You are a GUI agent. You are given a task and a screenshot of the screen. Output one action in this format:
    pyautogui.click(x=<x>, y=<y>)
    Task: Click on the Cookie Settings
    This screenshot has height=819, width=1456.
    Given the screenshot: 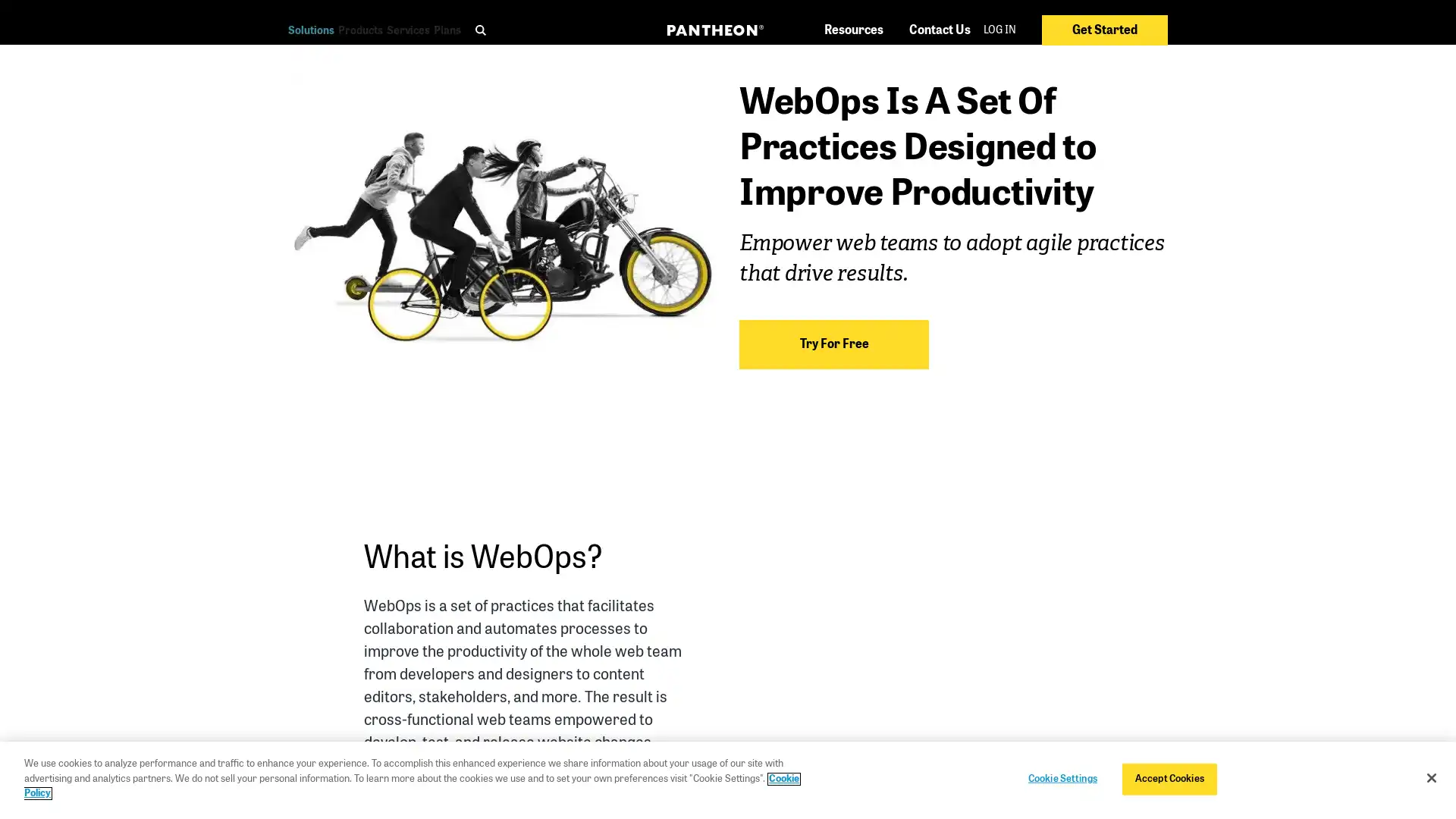 What is the action you would take?
    pyautogui.click(x=1061, y=778)
    